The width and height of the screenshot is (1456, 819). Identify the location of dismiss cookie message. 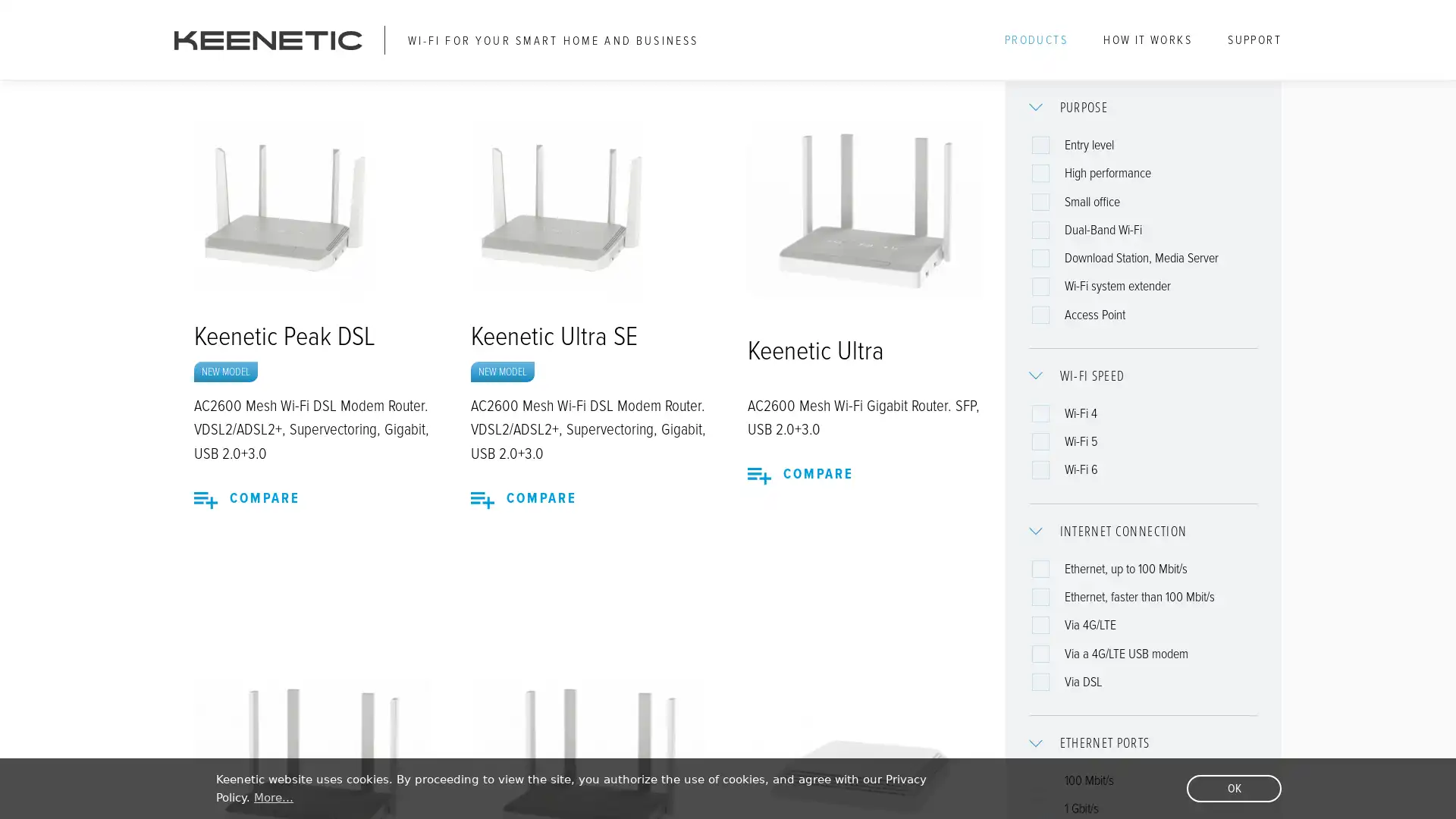
(1234, 787).